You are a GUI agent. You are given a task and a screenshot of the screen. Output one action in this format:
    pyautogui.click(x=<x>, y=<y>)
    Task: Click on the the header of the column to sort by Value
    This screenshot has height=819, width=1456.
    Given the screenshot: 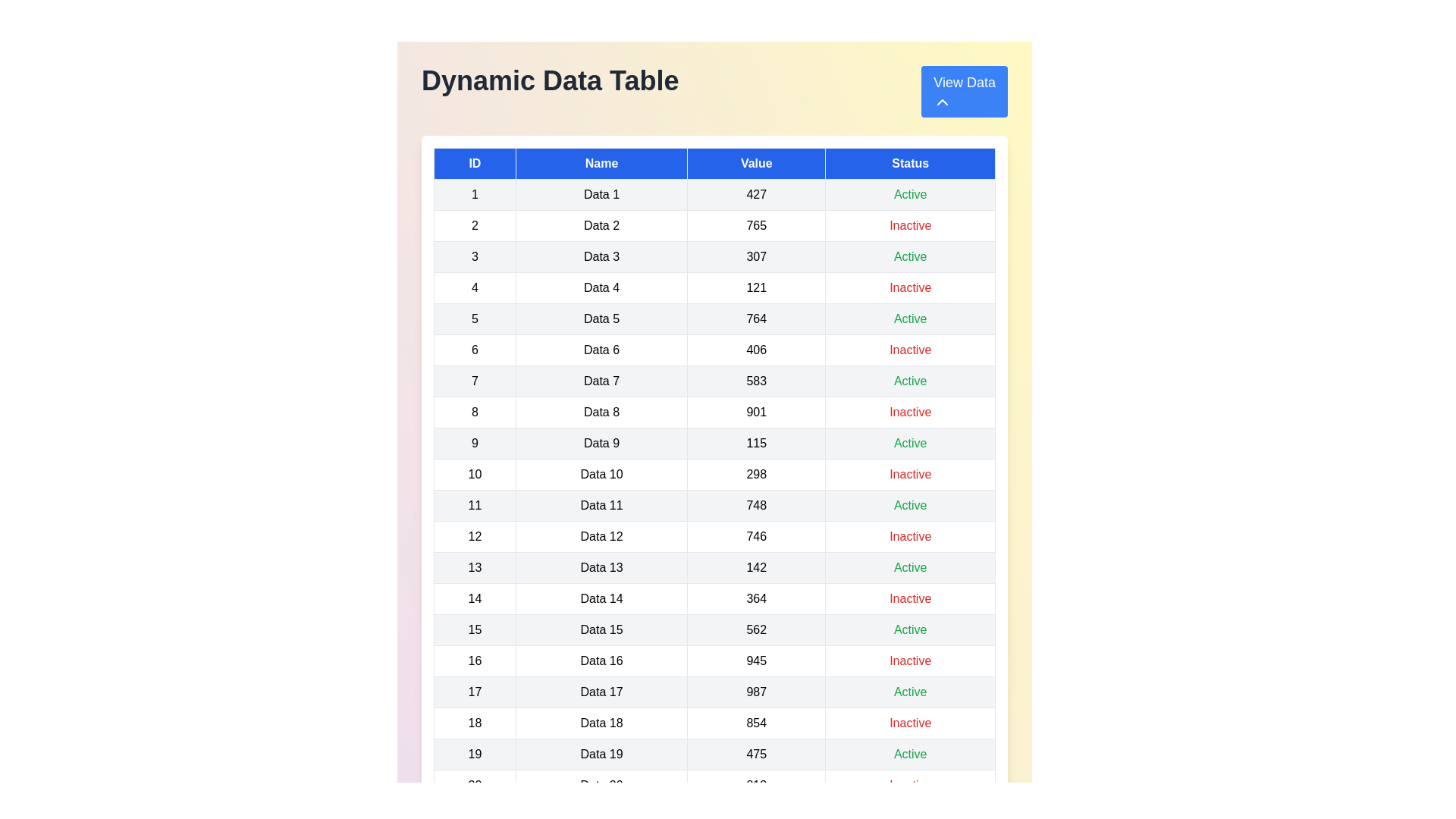 What is the action you would take?
    pyautogui.click(x=757, y=164)
    